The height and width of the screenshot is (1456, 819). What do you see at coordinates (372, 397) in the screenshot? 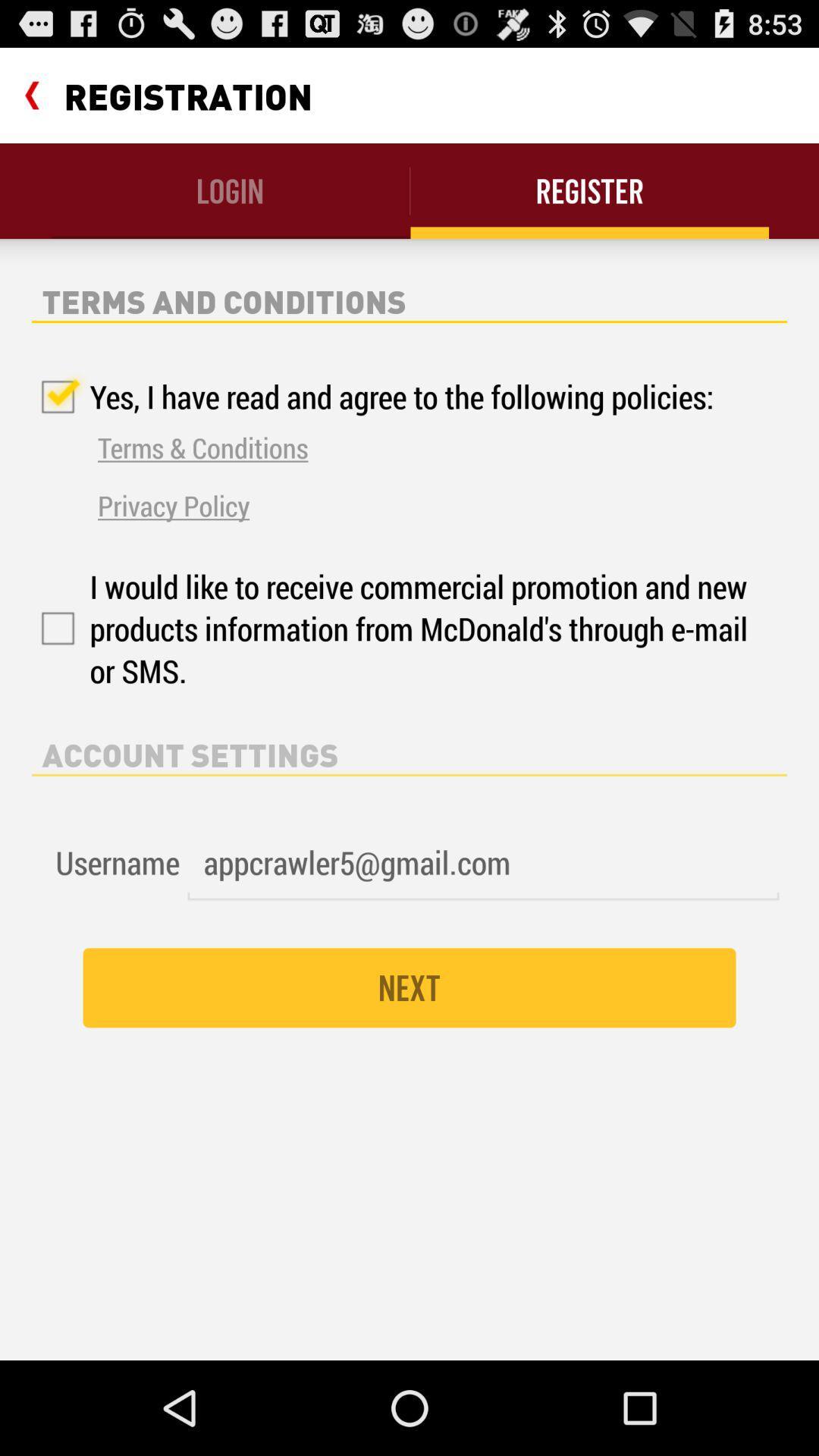
I see `the yes i have item` at bounding box center [372, 397].